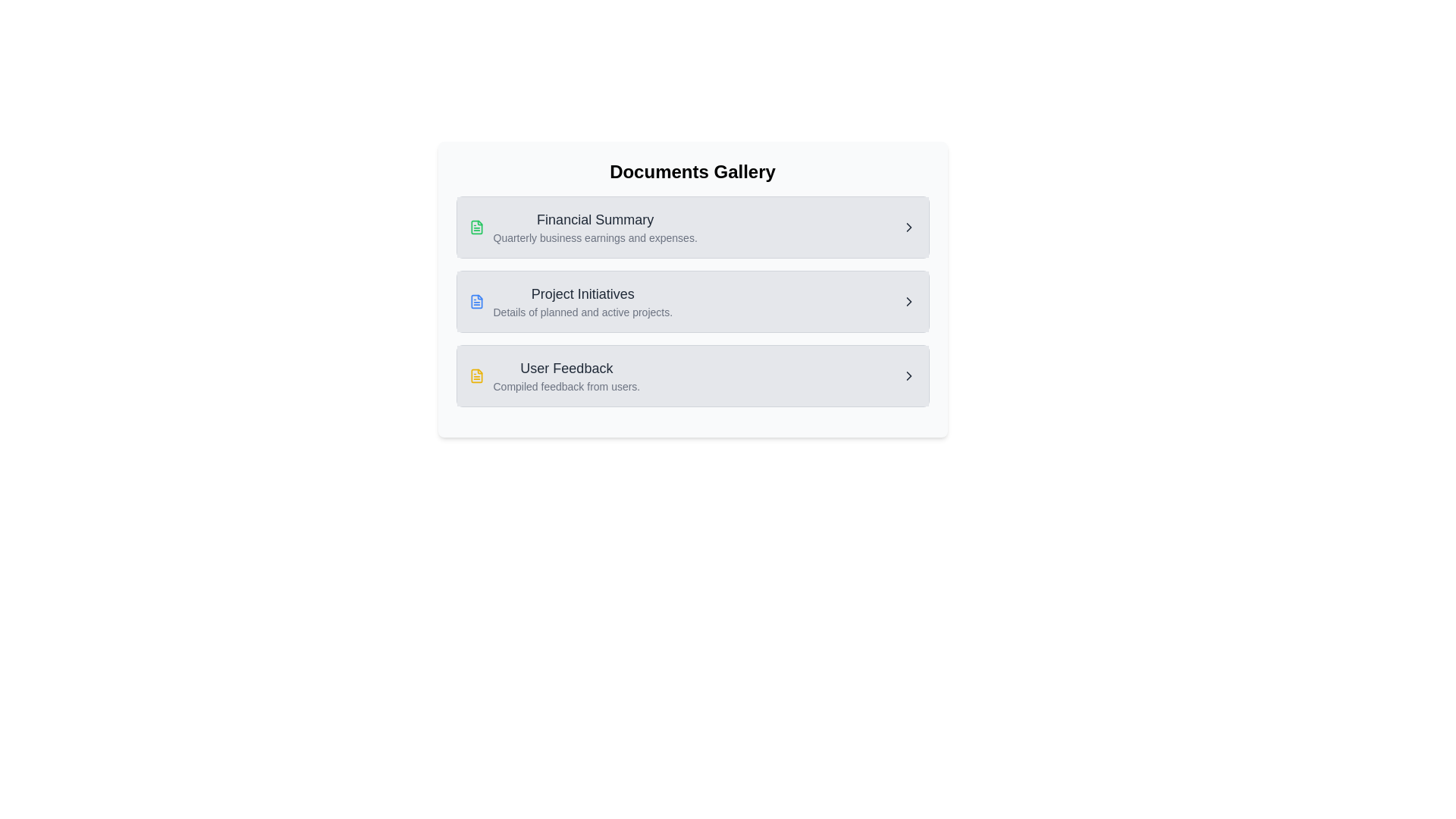 The image size is (1456, 819). Describe the element at coordinates (475, 375) in the screenshot. I see `the icon representing the document titled 'User Feedback' located in the bottommost section of the list, to the left of the text 'User Feedback'` at that location.